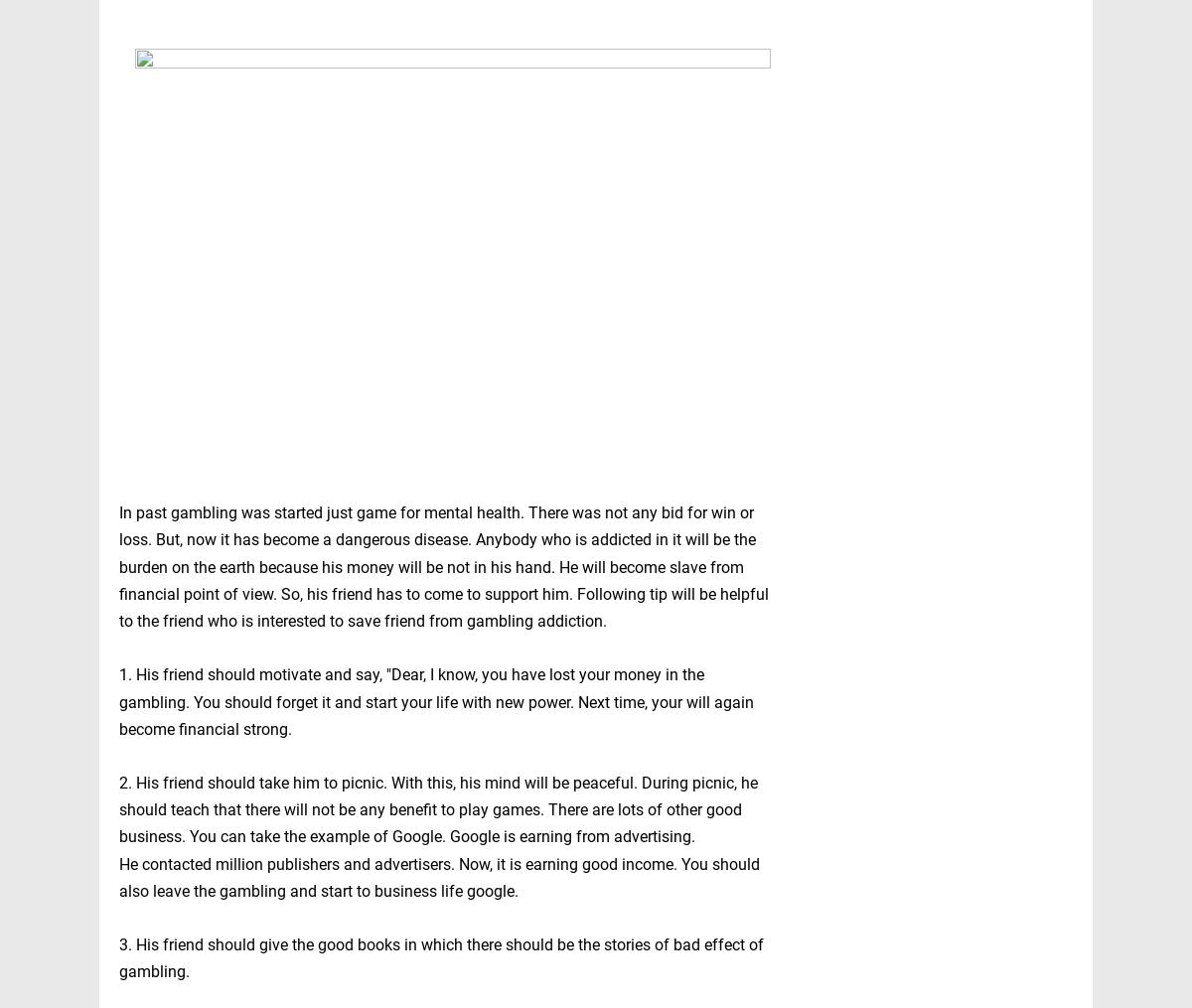 The width and height of the screenshot is (1192, 1008). What do you see at coordinates (439, 836) in the screenshot?
I see `'2. His friend should take him to picnic. With this, his mind will be peaceful. During picnic, he should teach that there will not be any benefit to play games. There are lots of other good business. You can take the example of Google. Google is earning from advertising. He contacted million publishers and advertisers. Now, it is earning good income. You should also leave the gambling and start to business life google.'` at bounding box center [439, 836].